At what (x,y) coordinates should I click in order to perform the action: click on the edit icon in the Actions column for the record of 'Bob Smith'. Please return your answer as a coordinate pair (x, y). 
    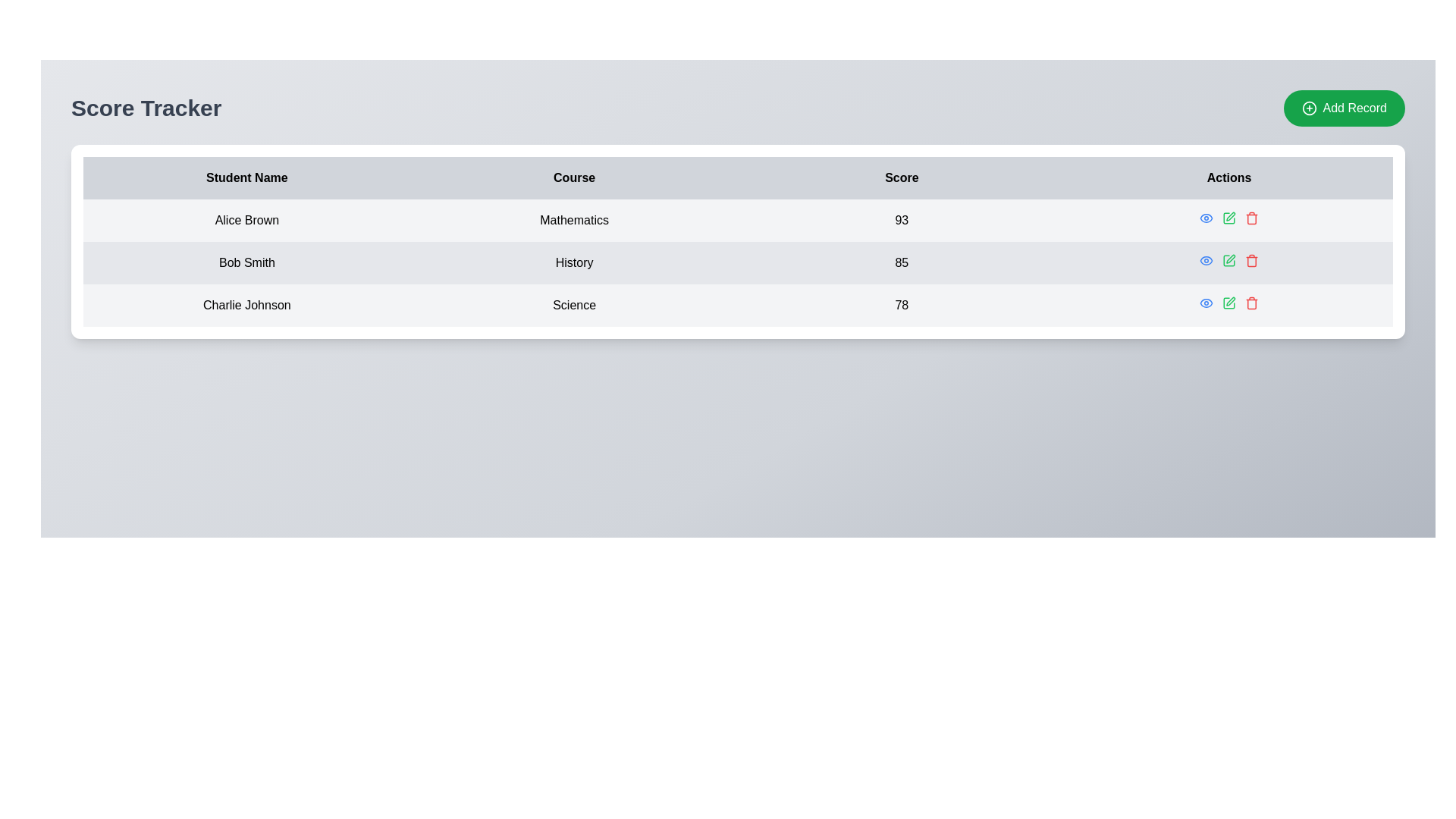
    Looking at the image, I should click on (1230, 257).